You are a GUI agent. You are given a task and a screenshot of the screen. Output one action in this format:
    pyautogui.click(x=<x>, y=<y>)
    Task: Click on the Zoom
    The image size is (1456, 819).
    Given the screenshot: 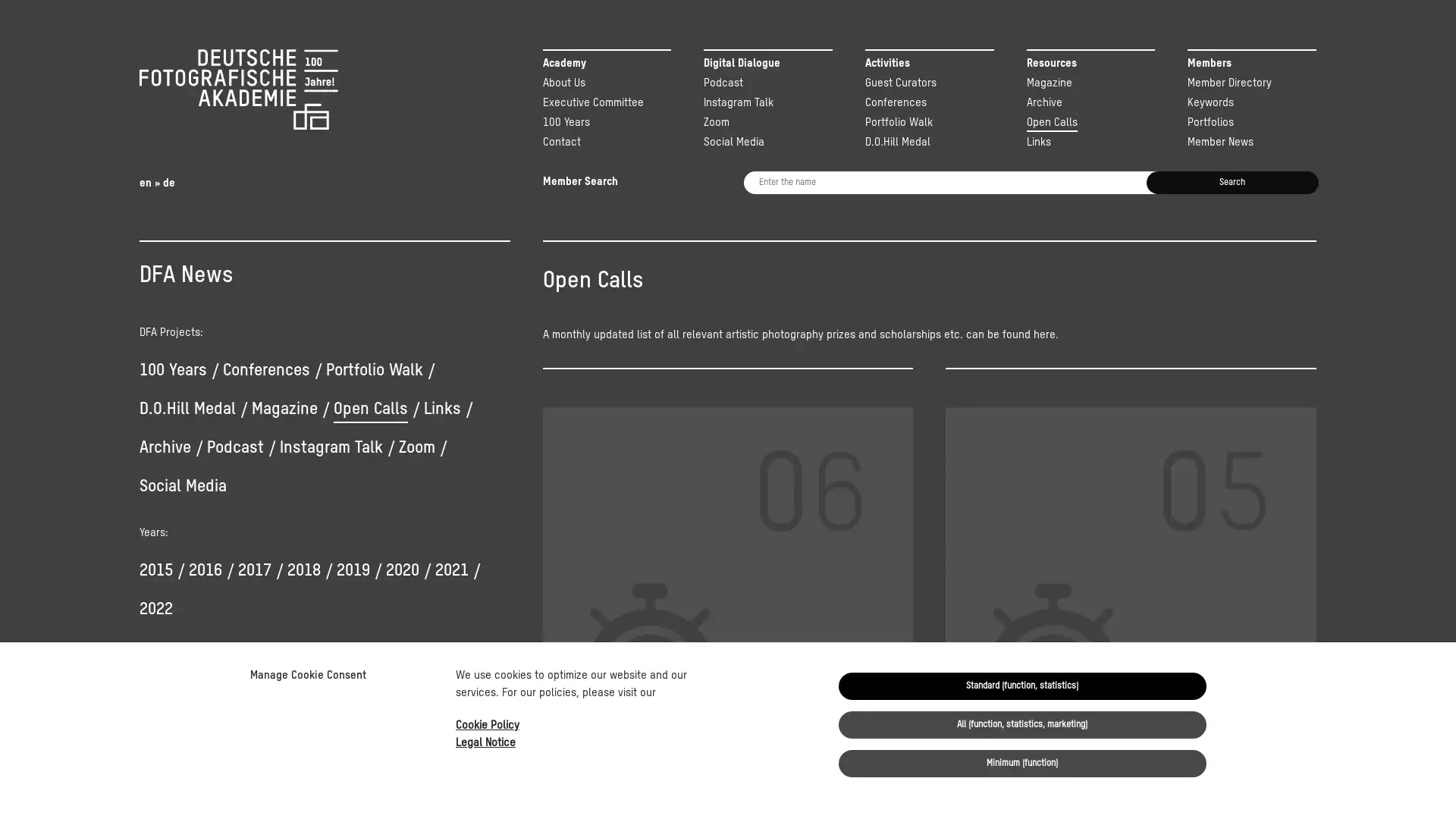 What is the action you would take?
    pyautogui.click(x=417, y=447)
    